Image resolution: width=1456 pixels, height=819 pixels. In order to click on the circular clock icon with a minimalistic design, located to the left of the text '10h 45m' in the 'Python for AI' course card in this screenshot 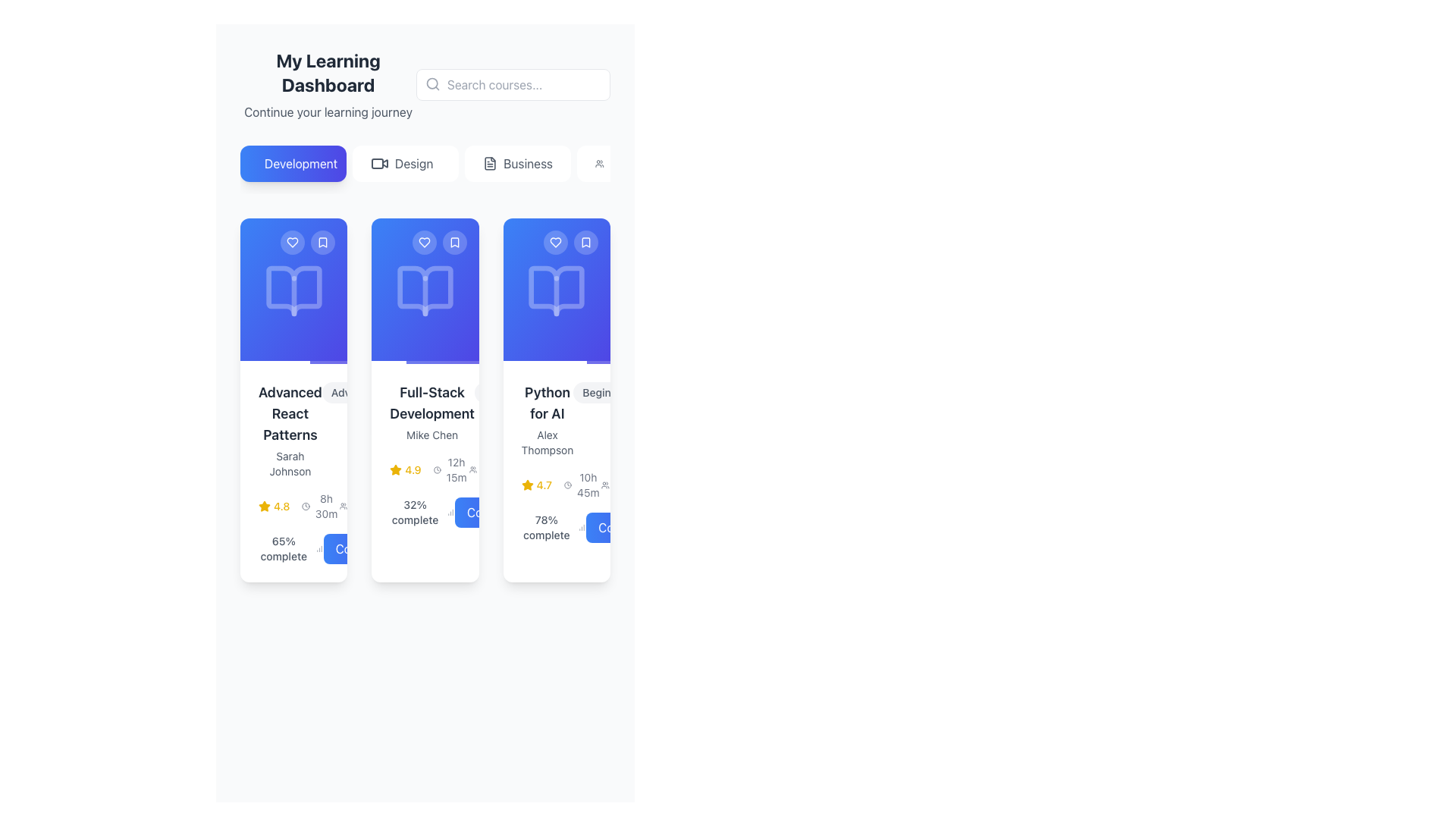, I will do `click(567, 485)`.